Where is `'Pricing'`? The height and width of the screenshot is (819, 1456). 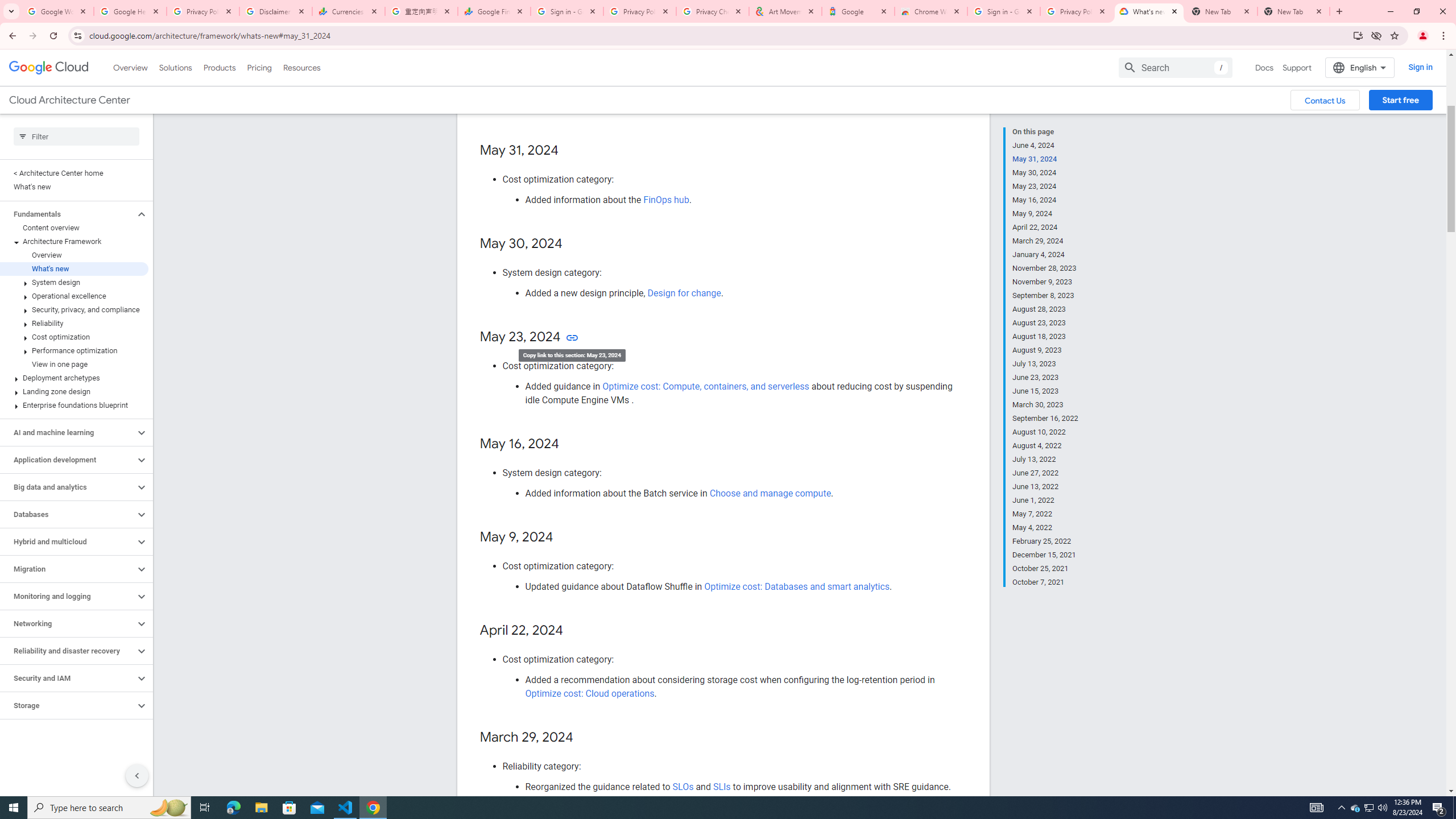
'Pricing' is located at coordinates (259, 67).